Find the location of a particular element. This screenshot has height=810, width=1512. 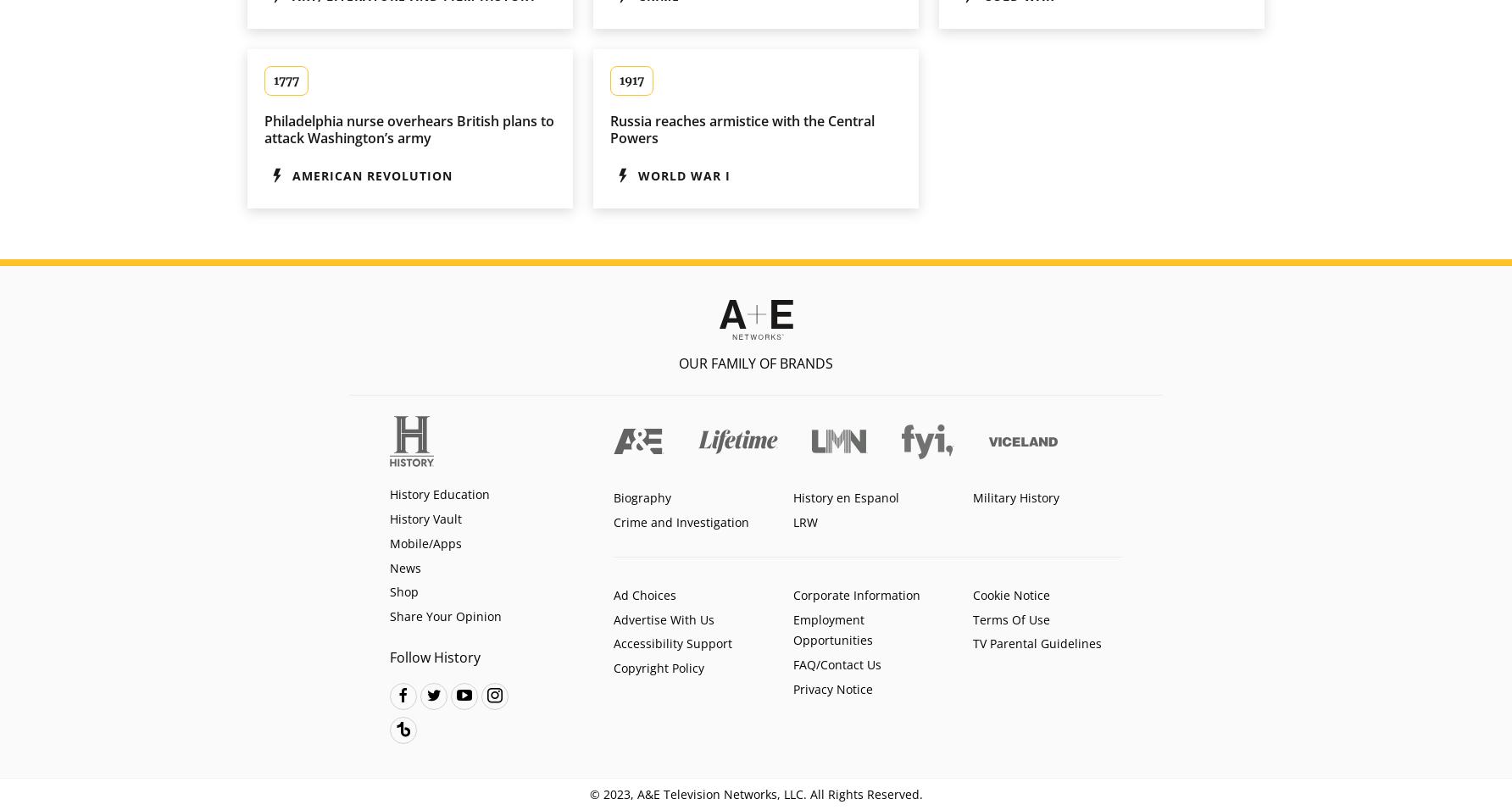

'World War I' is located at coordinates (683, 175).